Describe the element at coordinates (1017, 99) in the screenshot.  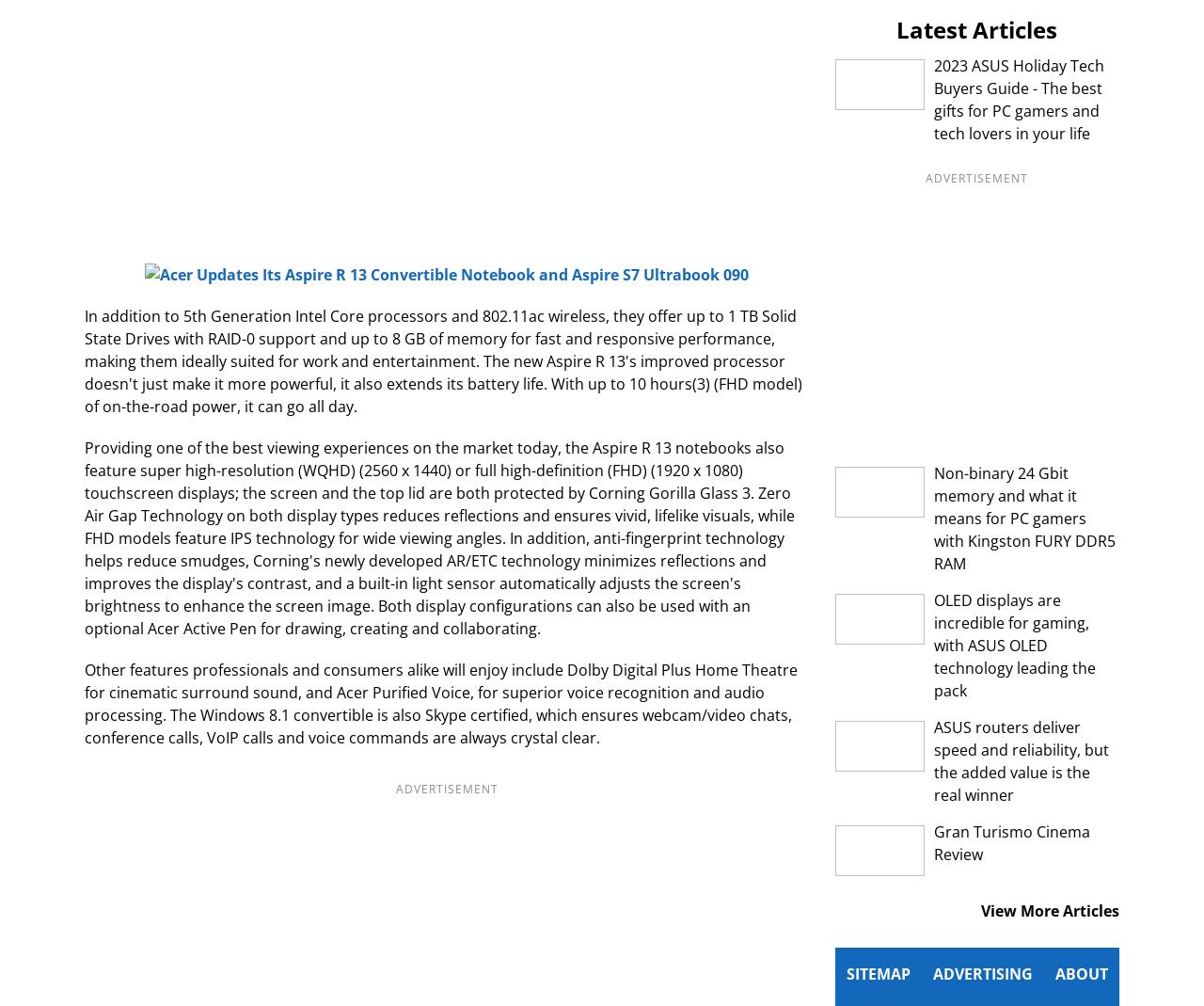
I see `'2023 ASUS Holiday Tech Buyers Guide - The best gifts for PC gamers and tech lovers in your life'` at that location.